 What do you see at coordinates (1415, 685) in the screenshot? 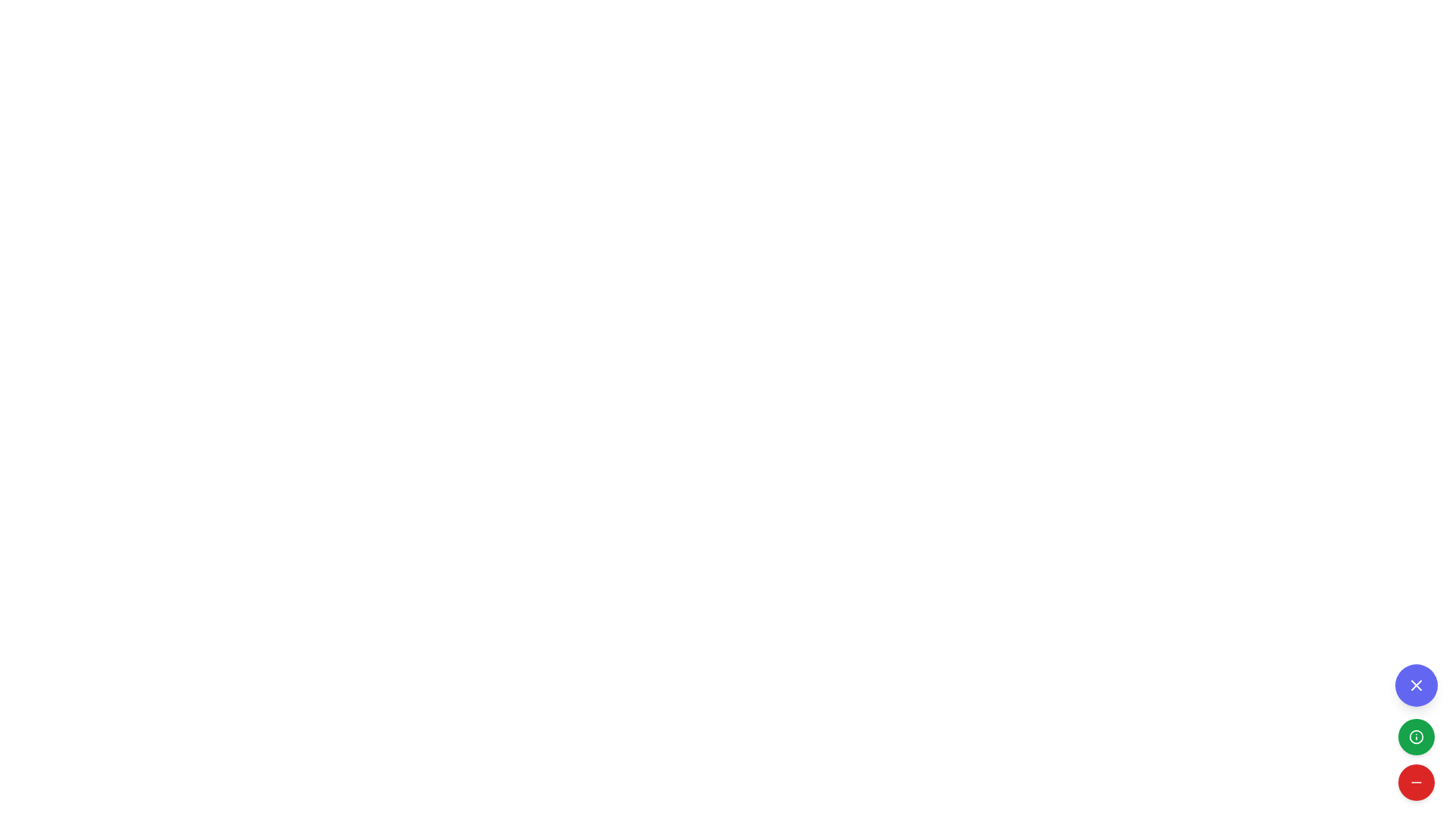
I see `the top circular button with a blue fill that contains a diagonal line at its center, which is part of the 'X' icon indicating a close or cancel action` at bounding box center [1415, 685].